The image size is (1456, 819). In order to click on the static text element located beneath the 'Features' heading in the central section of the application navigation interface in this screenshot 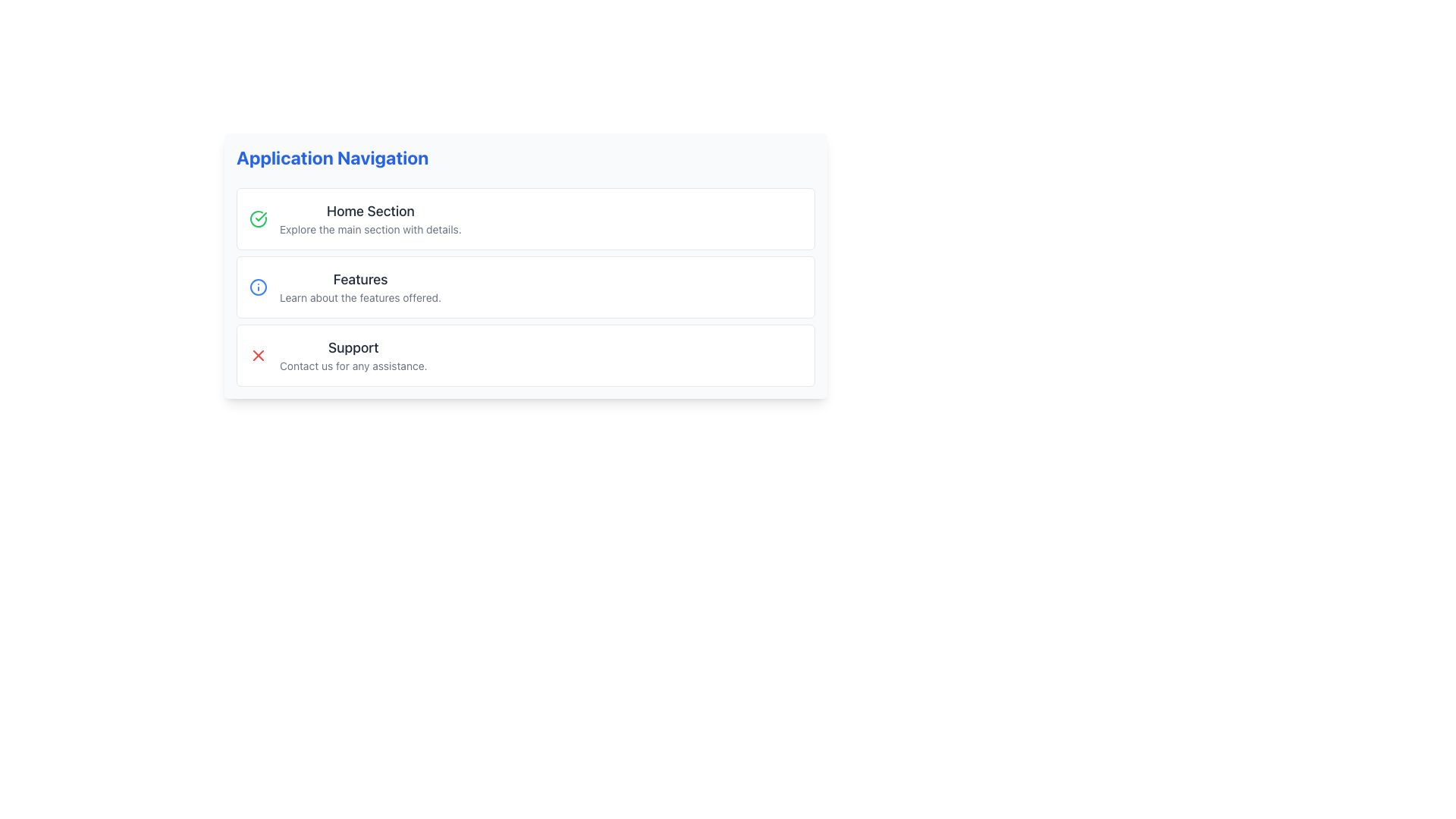, I will do `click(359, 298)`.